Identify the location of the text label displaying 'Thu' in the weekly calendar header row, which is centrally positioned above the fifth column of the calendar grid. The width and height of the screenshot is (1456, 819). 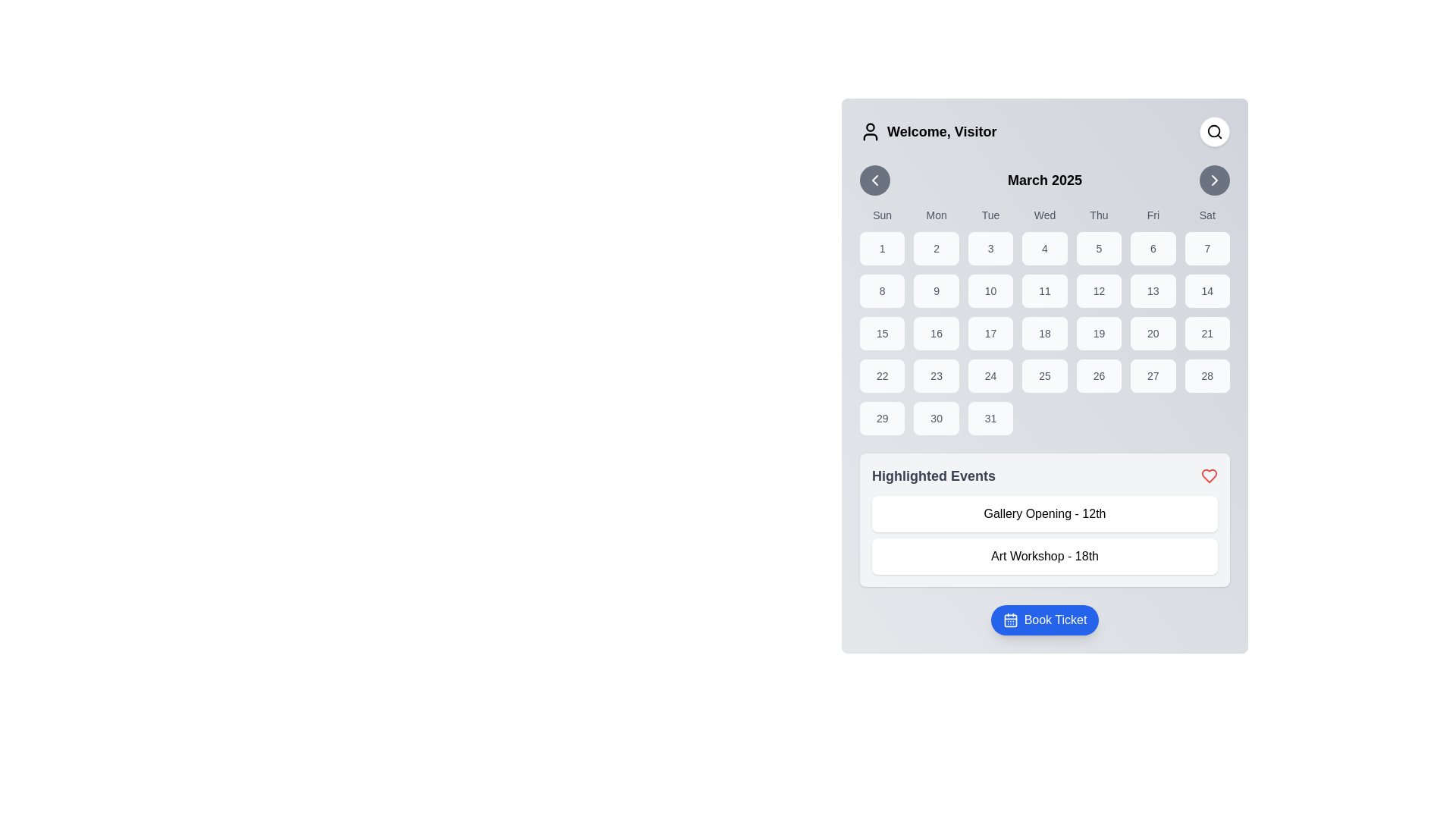
(1099, 215).